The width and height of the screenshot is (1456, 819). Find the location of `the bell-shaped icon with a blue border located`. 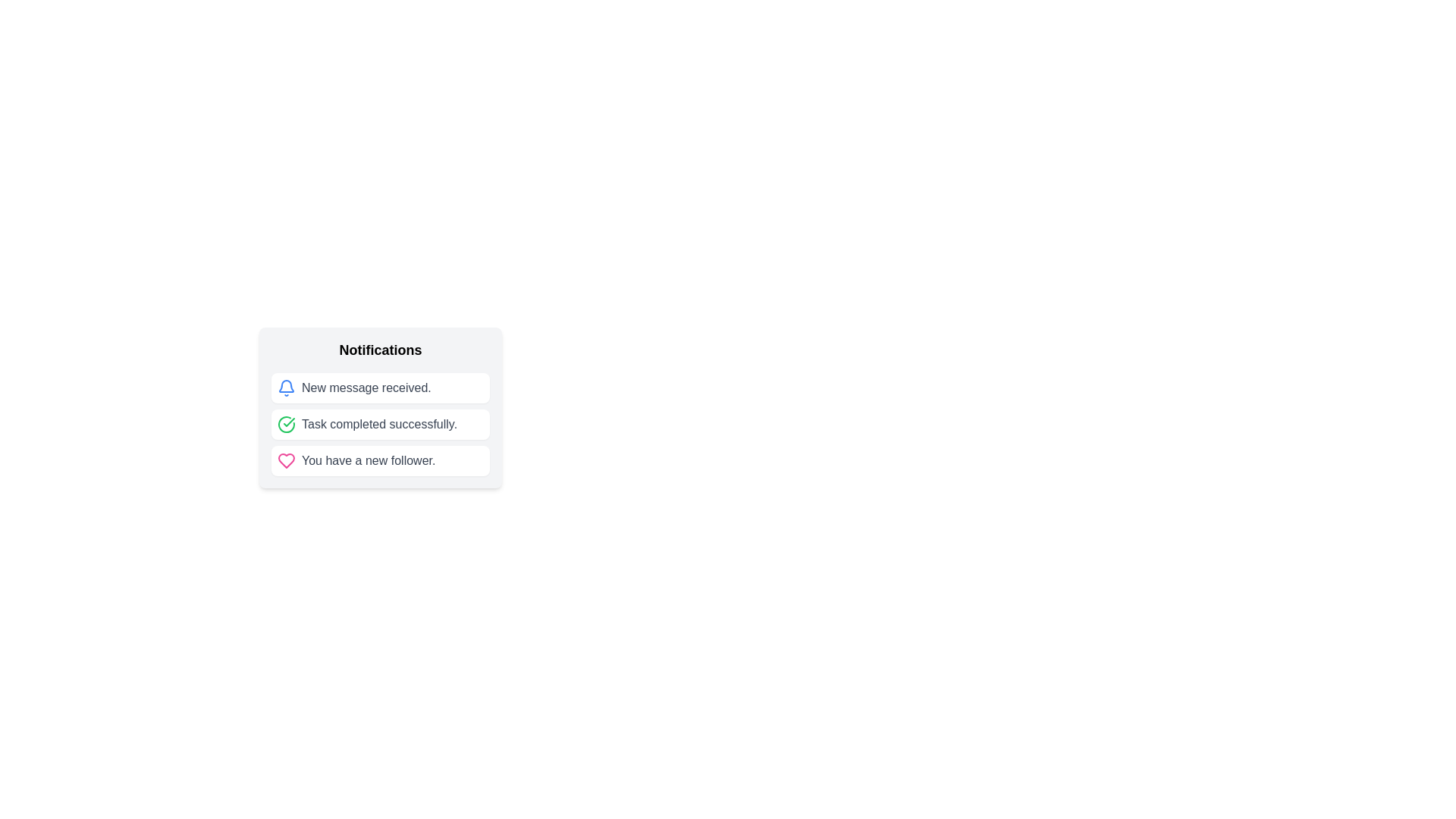

the bell-shaped icon with a blue border located is located at coordinates (287, 385).